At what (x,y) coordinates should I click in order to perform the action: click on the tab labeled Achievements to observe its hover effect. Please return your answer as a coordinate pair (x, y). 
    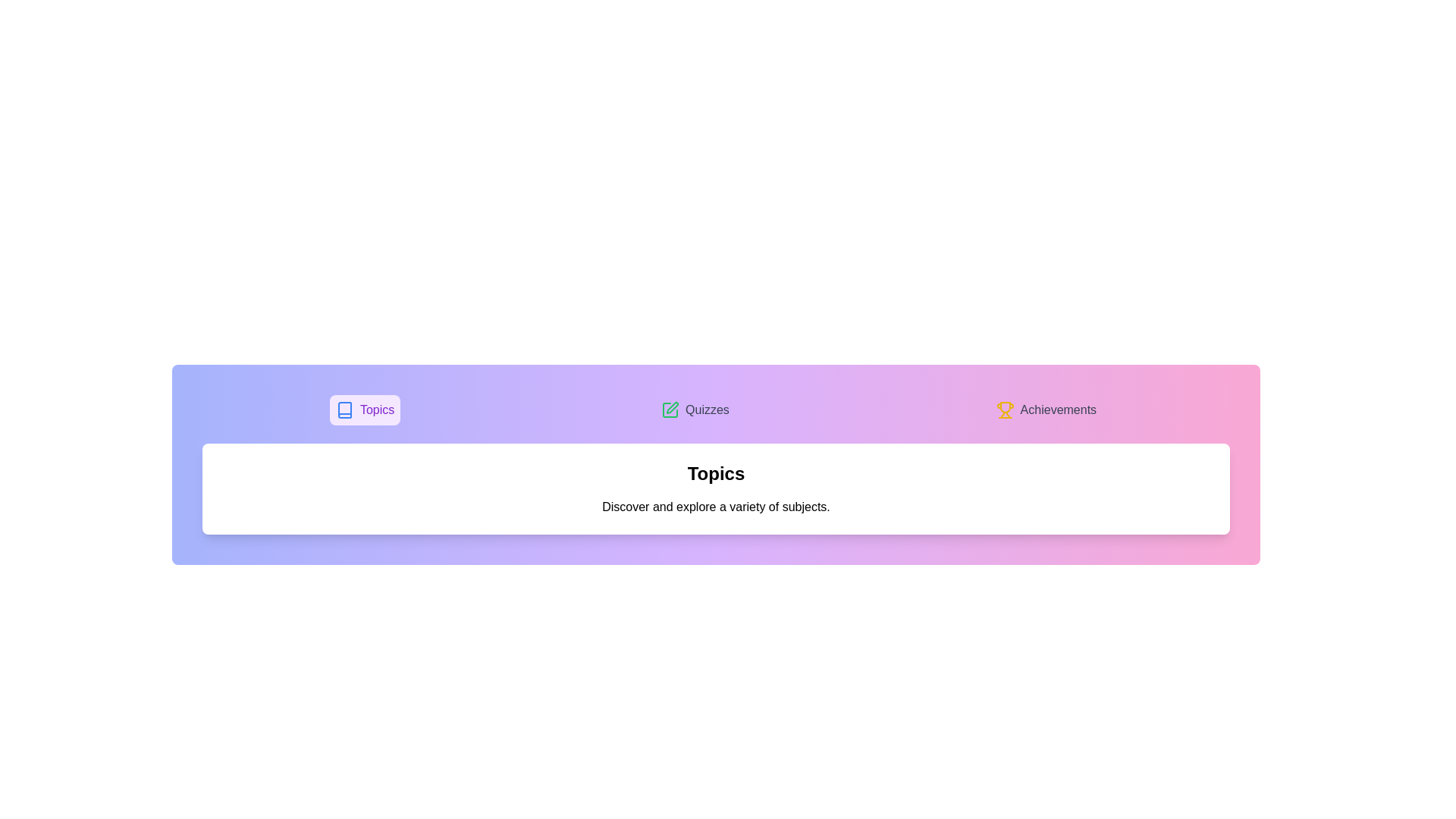
    Looking at the image, I should click on (1044, 409).